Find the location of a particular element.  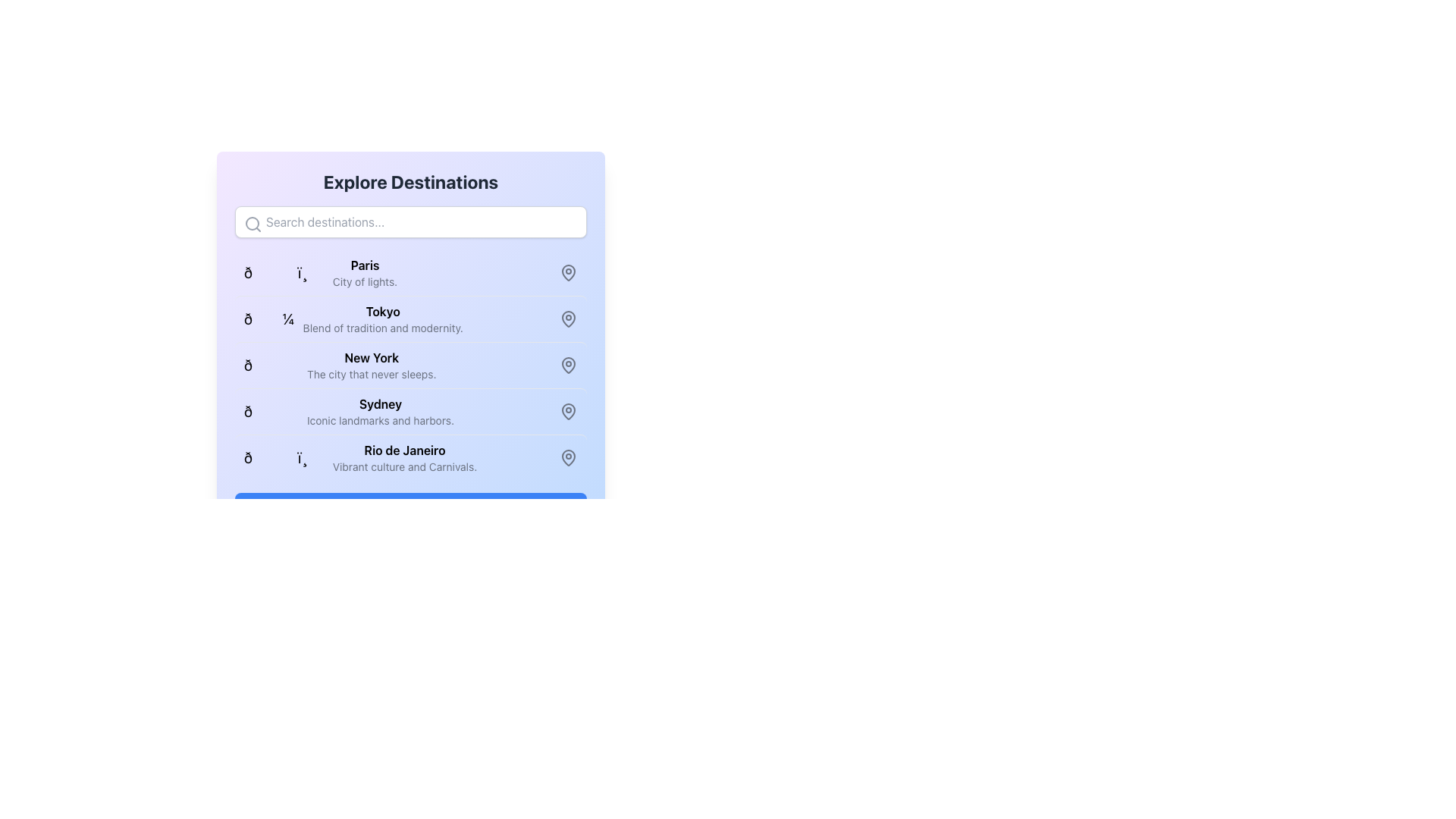

the large, bold header text reading 'Explore Destinations' at the top of the card-like interface is located at coordinates (411, 180).